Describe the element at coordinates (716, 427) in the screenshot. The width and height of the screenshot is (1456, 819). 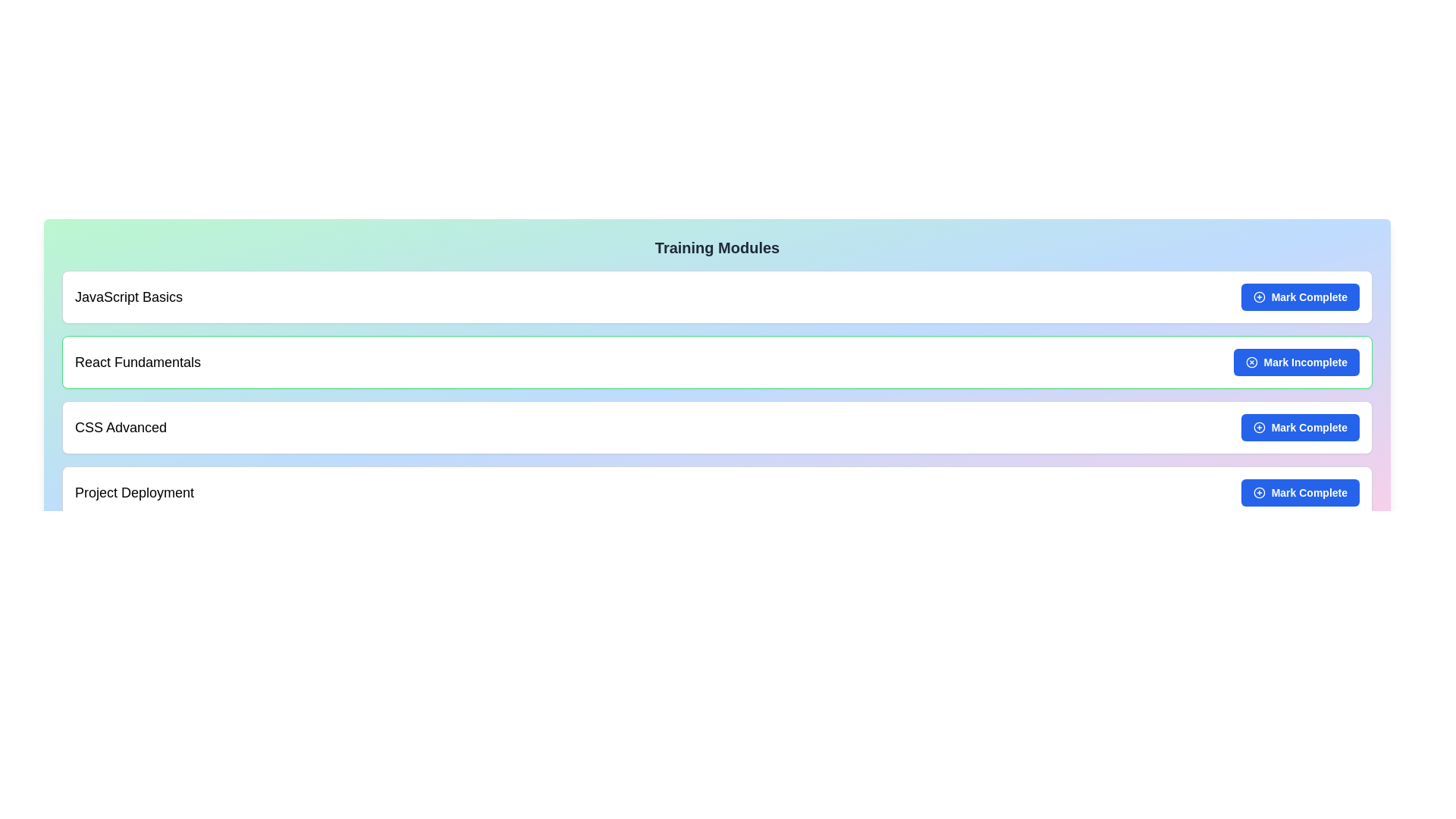
I see `module title 'CSS Advanced' from the third item in the vertically stacked list of modules` at that location.